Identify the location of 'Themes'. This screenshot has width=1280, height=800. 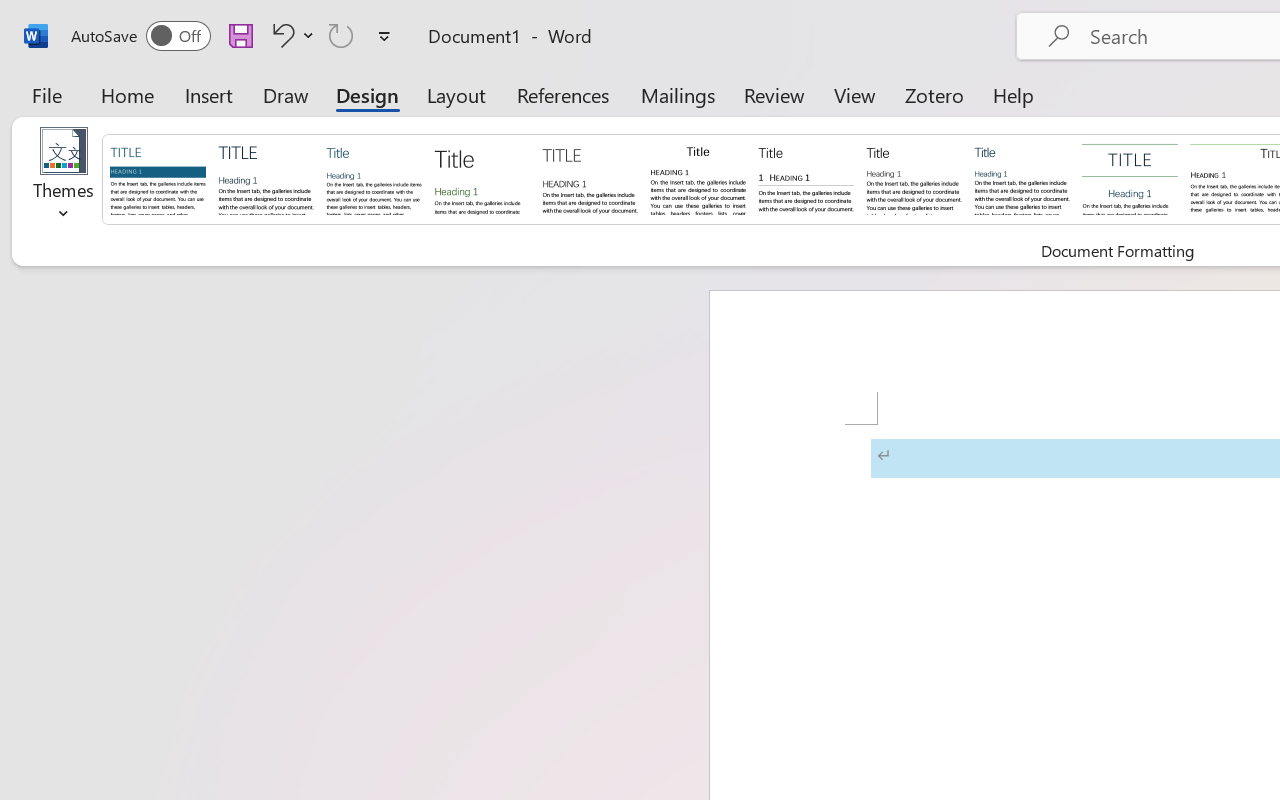
(64, 179).